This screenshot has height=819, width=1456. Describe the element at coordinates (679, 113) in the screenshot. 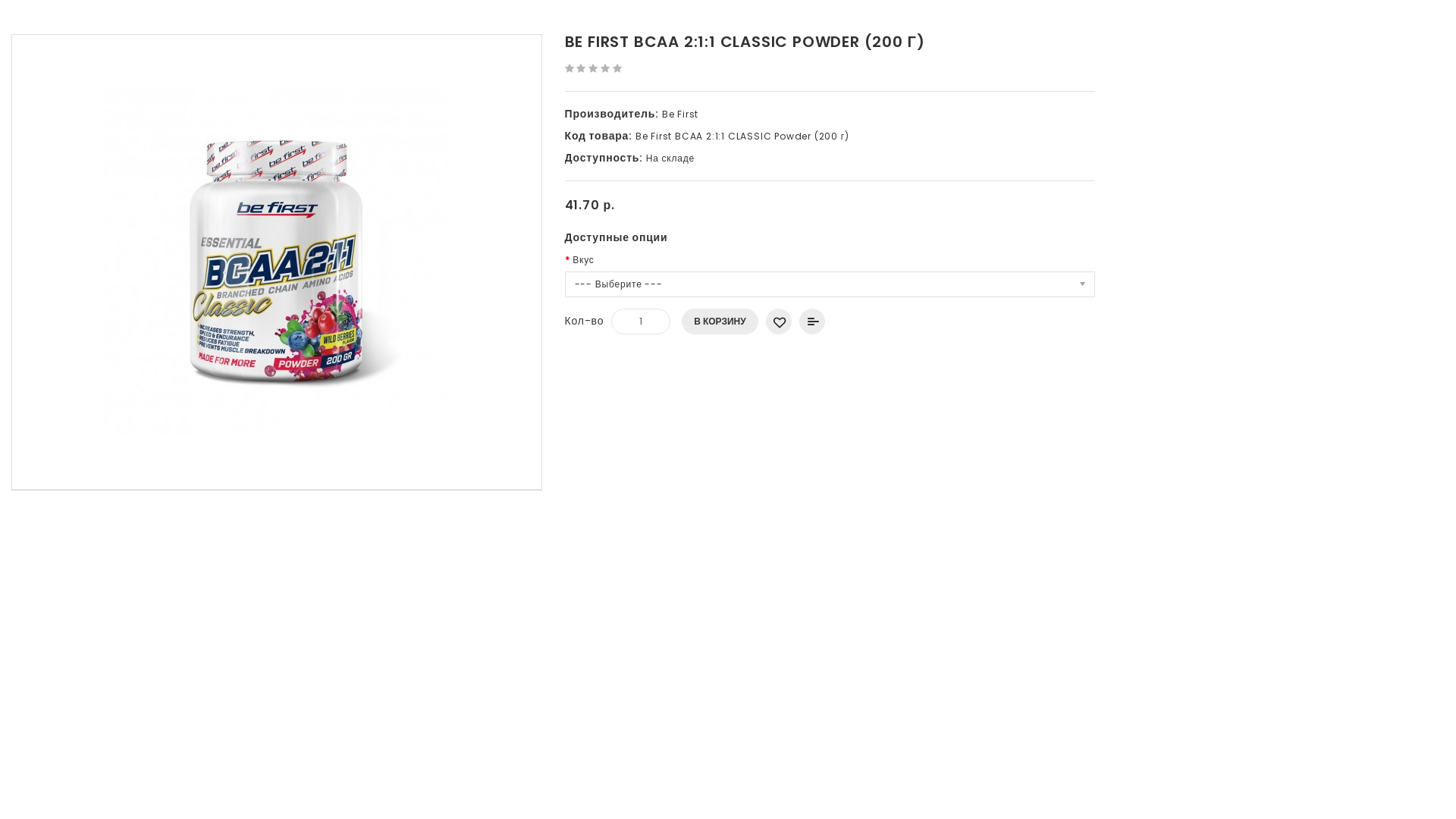

I see `'Be First'` at that location.